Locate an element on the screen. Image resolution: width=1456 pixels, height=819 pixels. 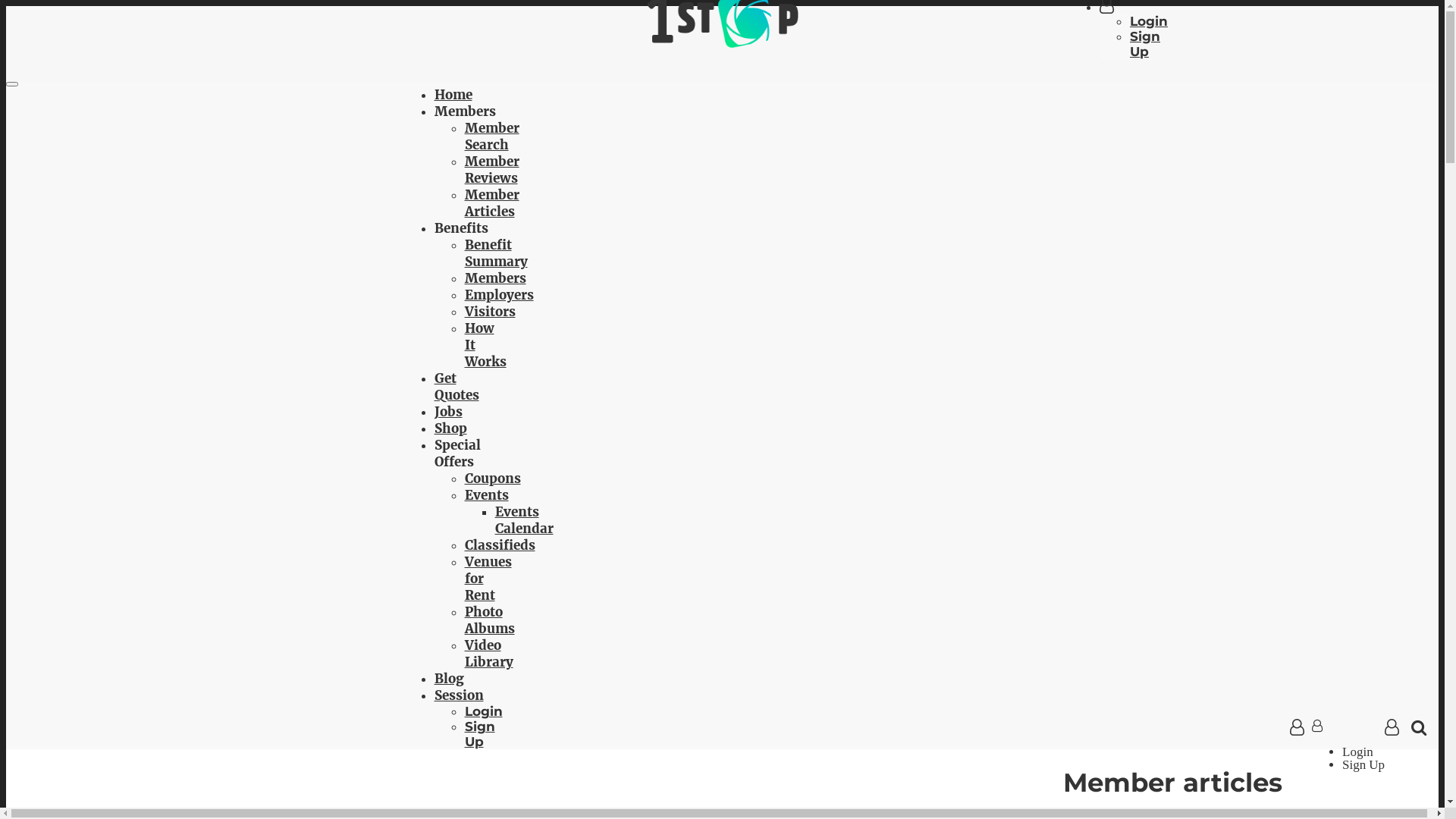
'Photo Albums' is located at coordinates (463, 620).